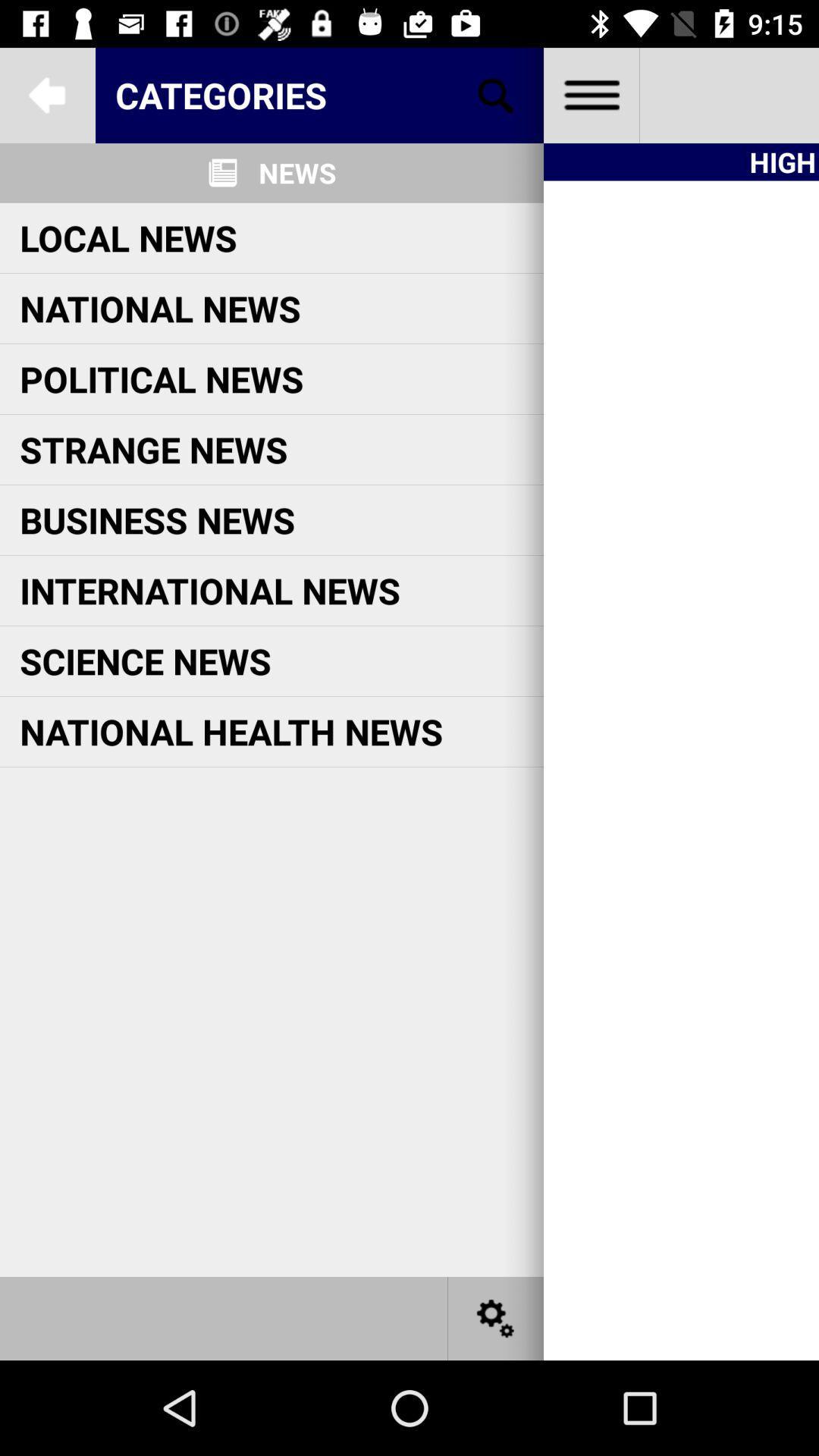  What do you see at coordinates (46, 94) in the screenshot?
I see `the arrow_backward icon` at bounding box center [46, 94].